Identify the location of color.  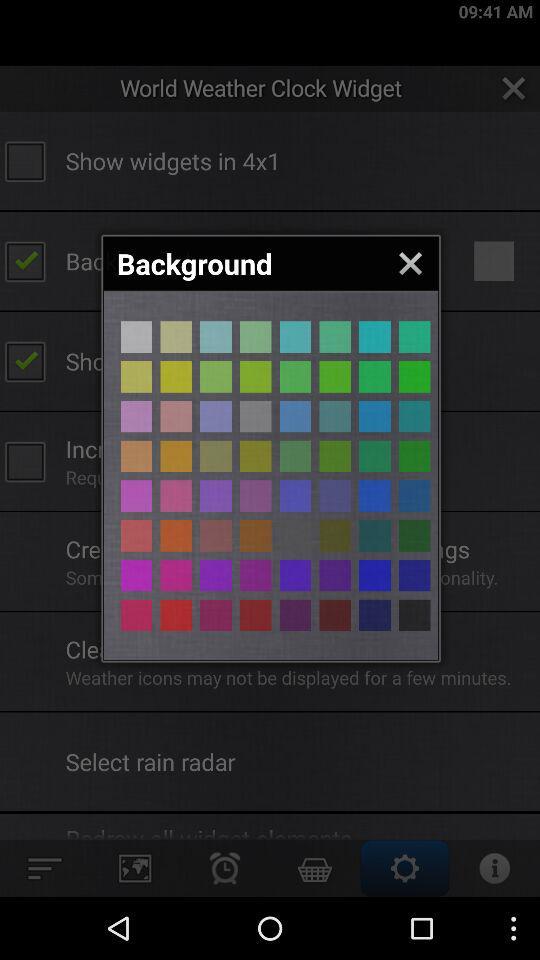
(374, 534).